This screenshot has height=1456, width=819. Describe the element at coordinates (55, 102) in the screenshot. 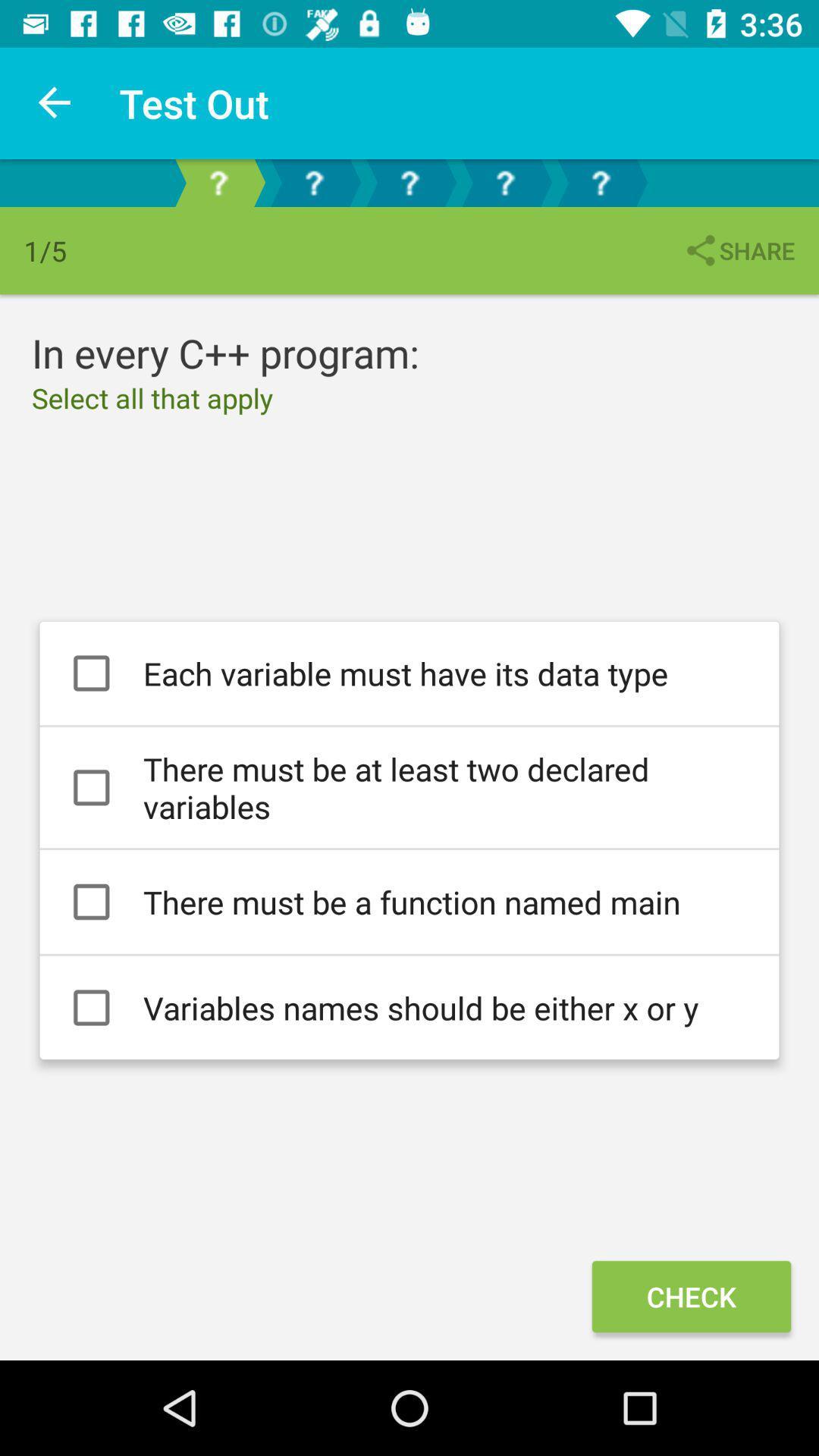

I see `item next to the test out icon` at that location.